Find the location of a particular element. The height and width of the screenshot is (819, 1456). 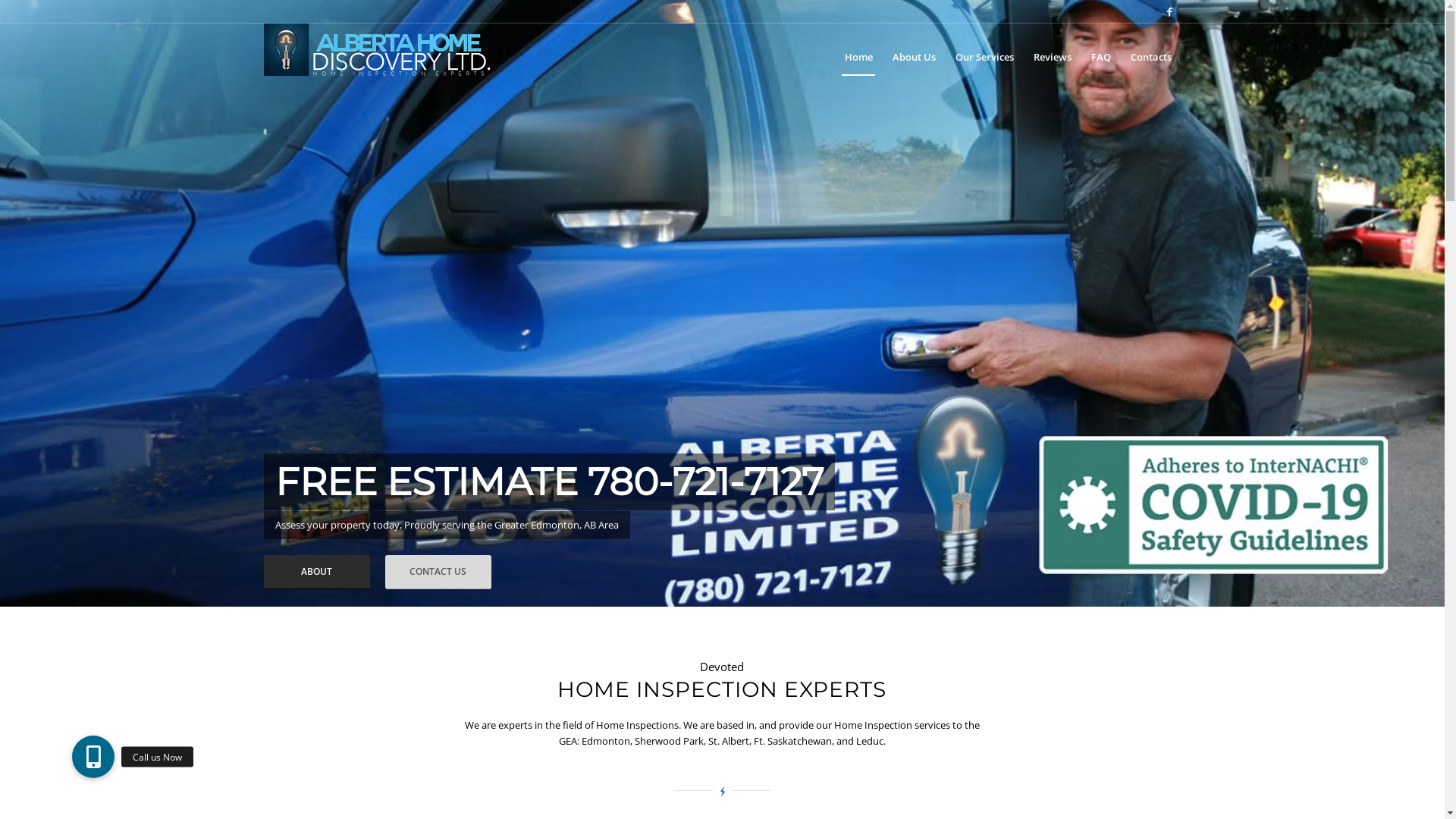

'FAQ' is located at coordinates (1100, 55).